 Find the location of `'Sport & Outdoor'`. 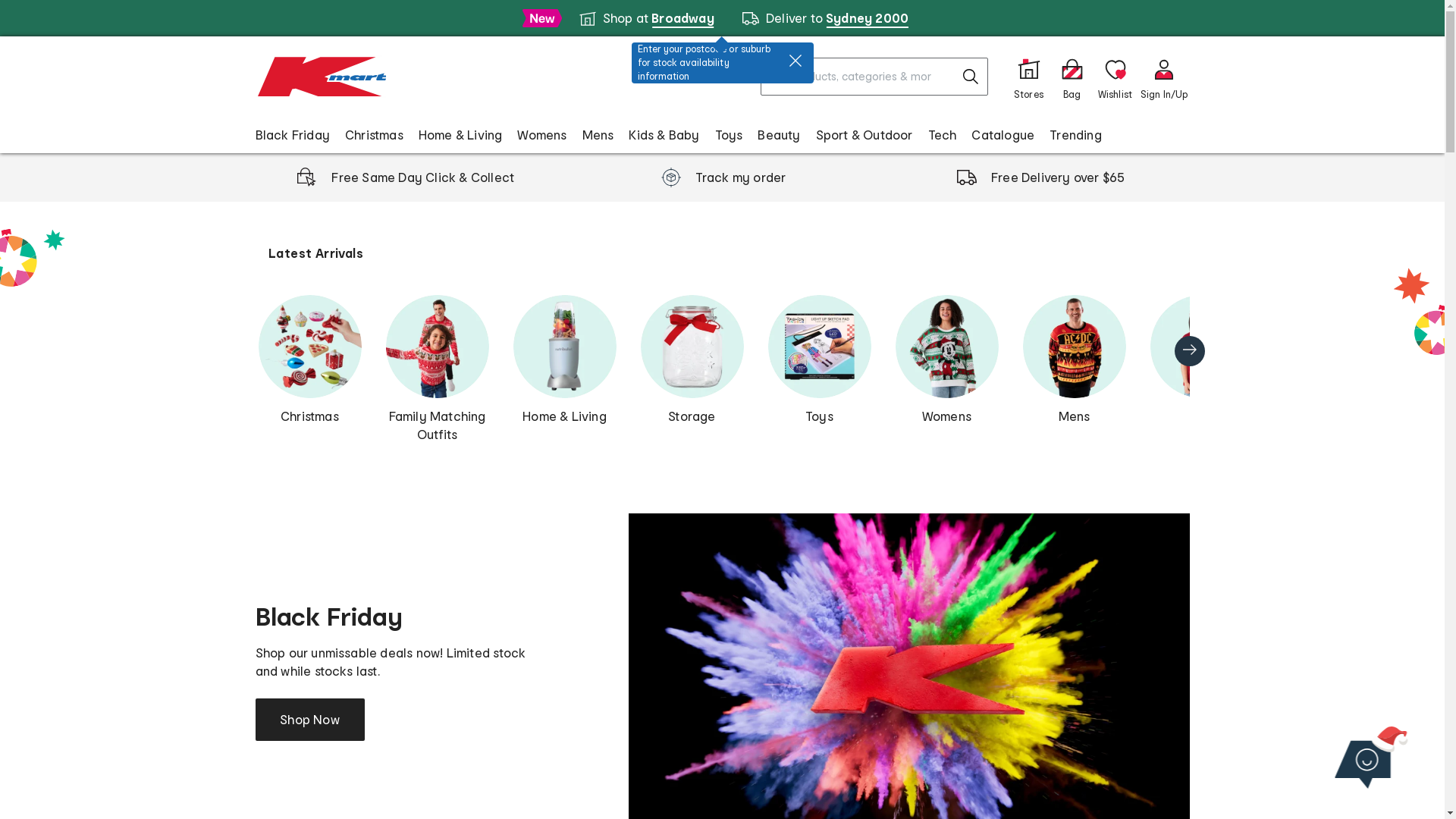

'Sport & Outdoor' is located at coordinates (864, 133).